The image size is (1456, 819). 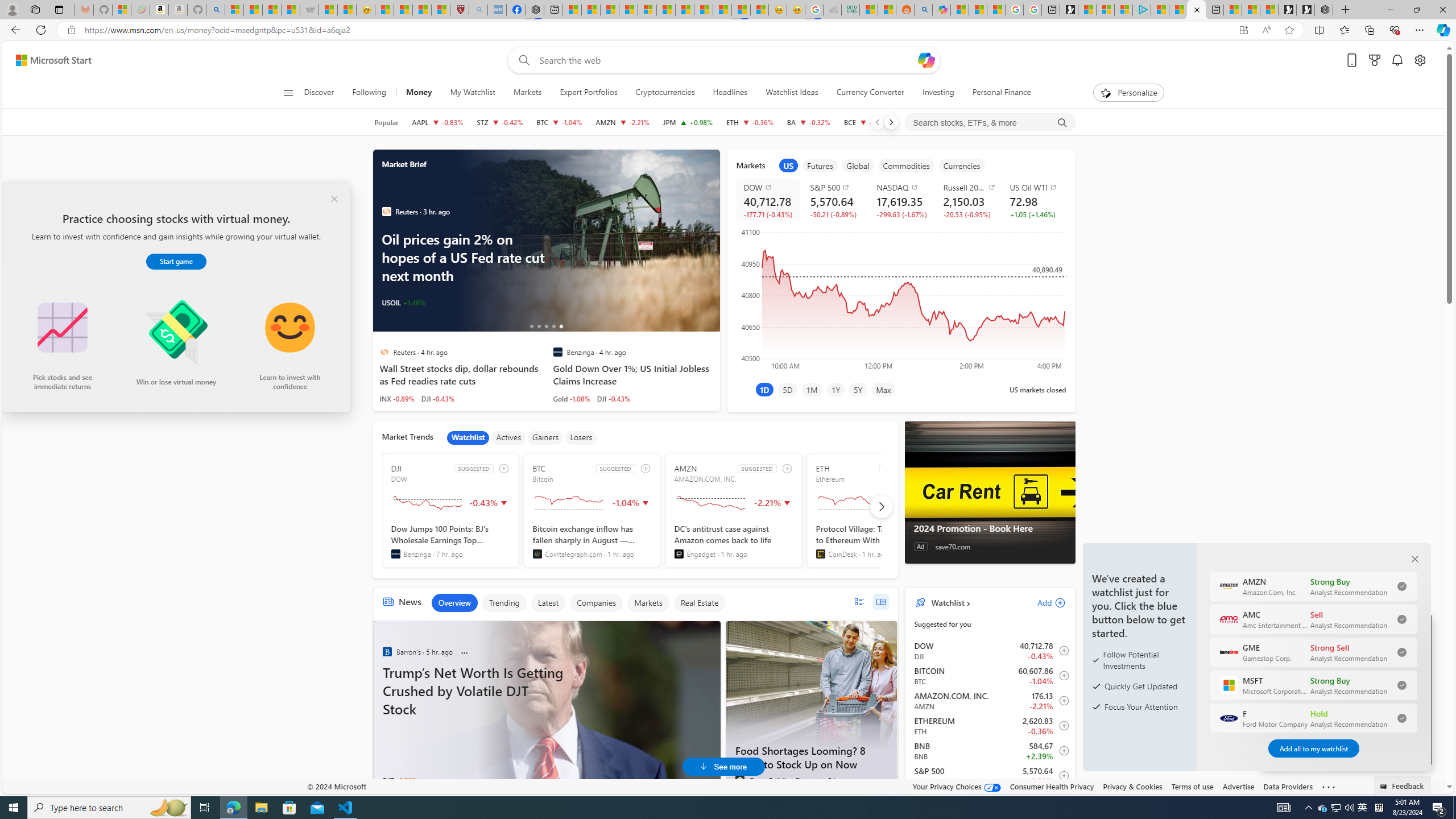 What do you see at coordinates (946, 602) in the screenshot?
I see `'Watchlist'` at bounding box center [946, 602].